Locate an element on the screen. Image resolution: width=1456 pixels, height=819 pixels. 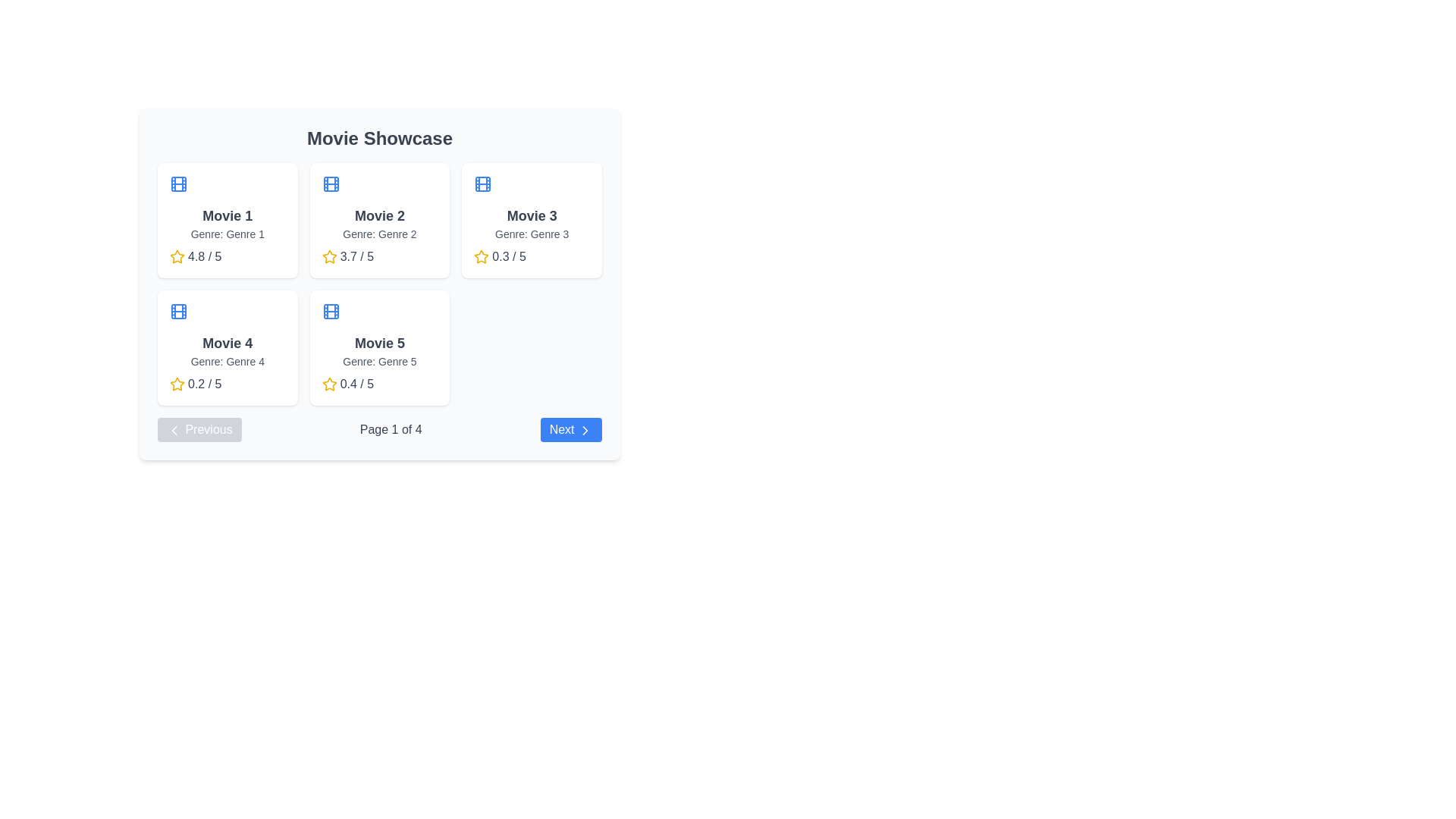
the star-shaped static icon with a yellow outline, which represents the rating for 'Movie 5' in the second row, second column of the grid layout, located directly to the left of the rating text '0.4 / 5' is located at coordinates (328, 383).